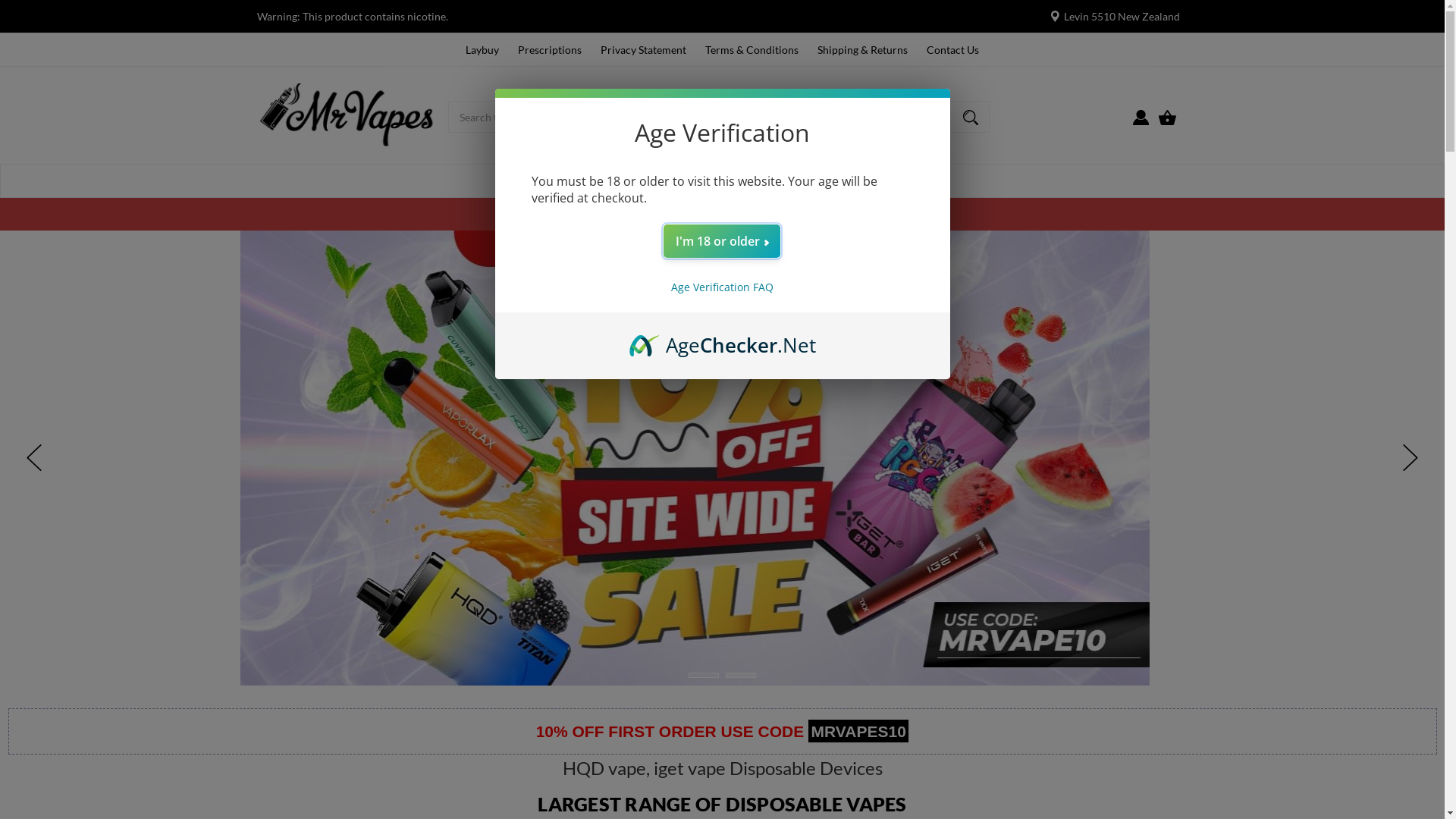 The image size is (1456, 819). What do you see at coordinates (643, 49) in the screenshot?
I see `'Privacy Statement'` at bounding box center [643, 49].